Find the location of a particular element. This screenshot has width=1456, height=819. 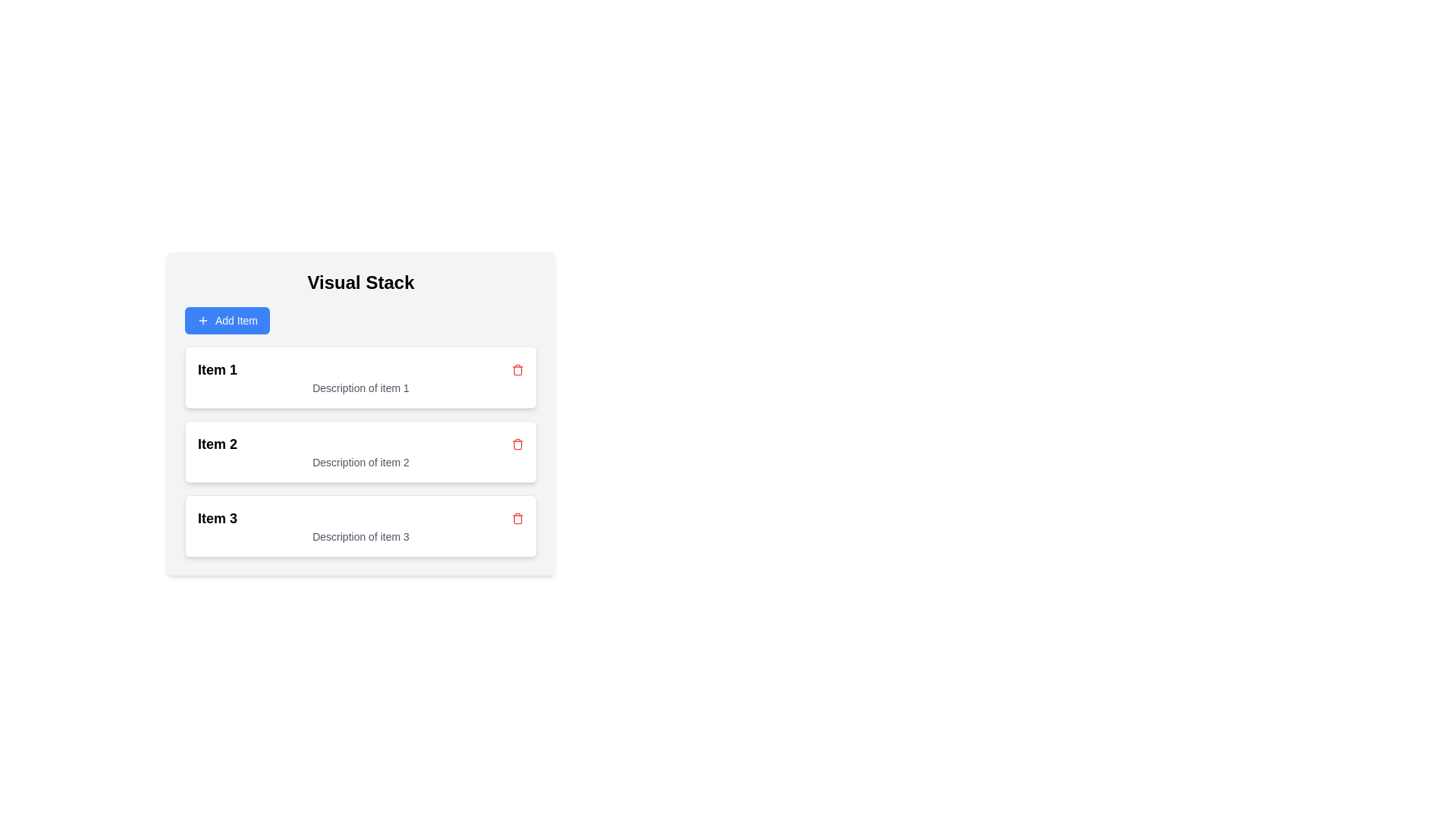

the delete button associated with 'Item 3' is located at coordinates (517, 517).